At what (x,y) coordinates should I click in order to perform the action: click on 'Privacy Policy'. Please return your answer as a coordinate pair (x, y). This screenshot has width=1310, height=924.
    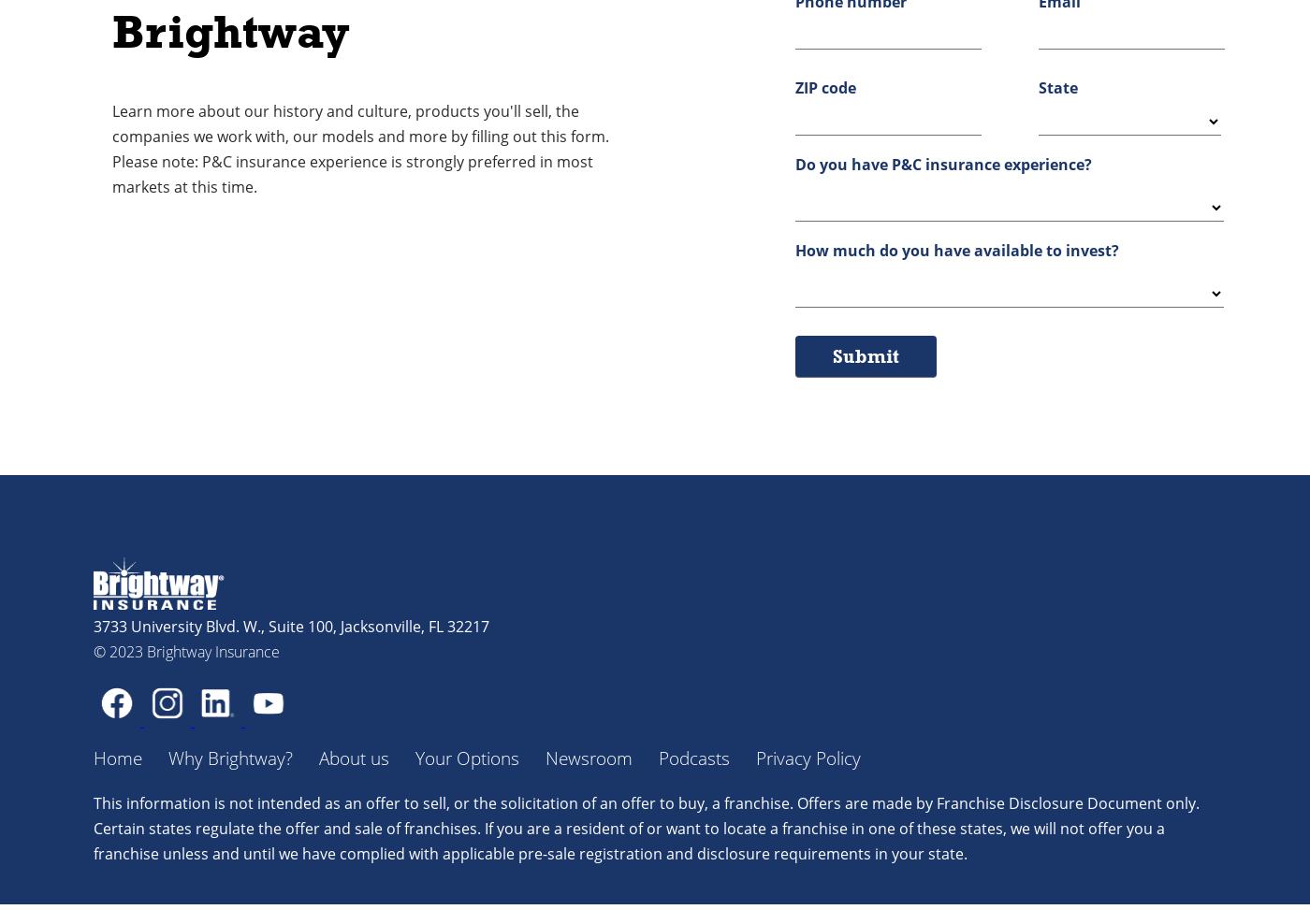
    Looking at the image, I should click on (808, 758).